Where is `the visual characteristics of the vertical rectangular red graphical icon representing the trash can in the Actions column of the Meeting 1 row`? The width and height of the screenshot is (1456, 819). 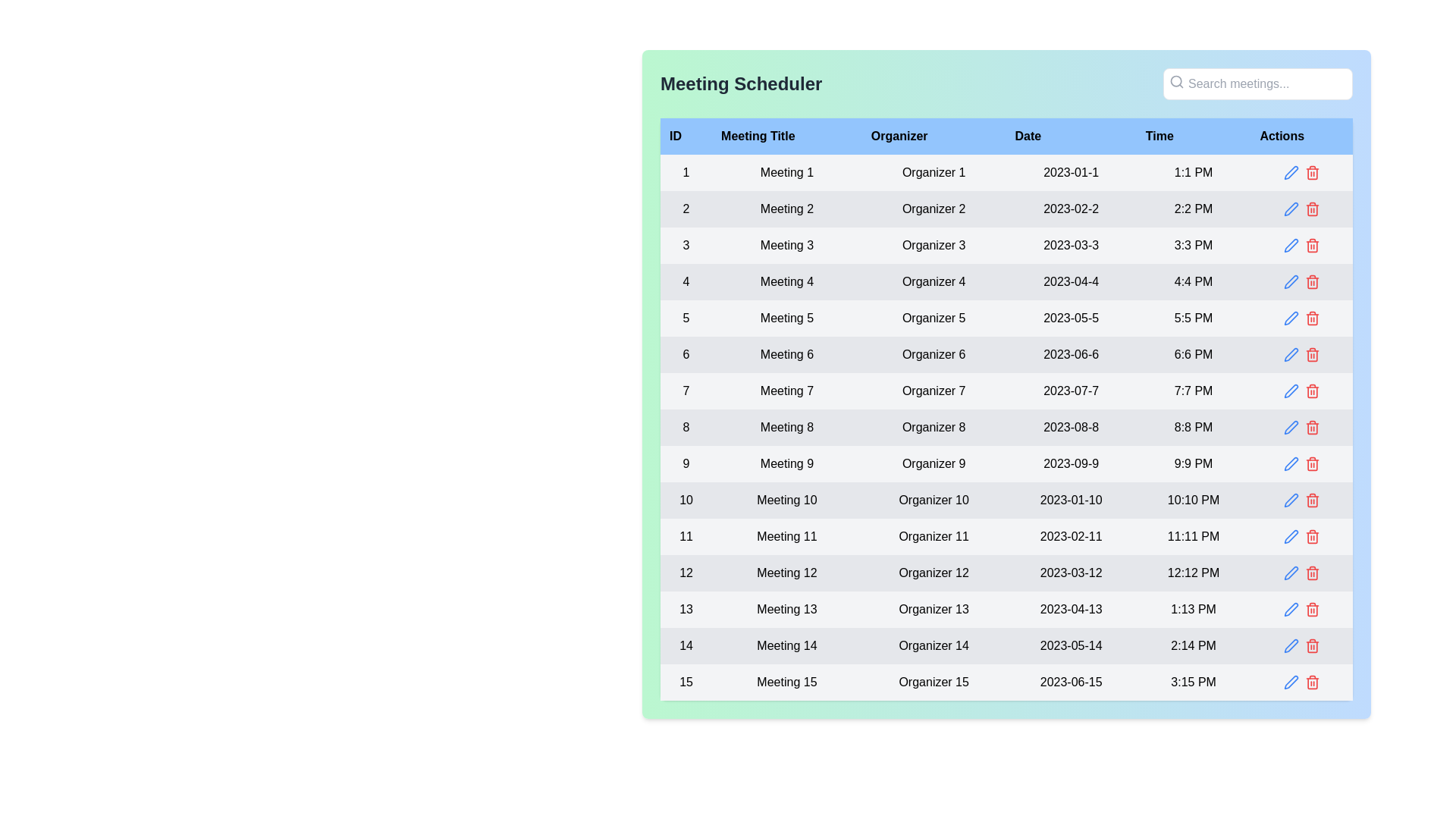 the visual characteristics of the vertical rectangular red graphical icon representing the trash can in the Actions column of the Meeting 1 row is located at coordinates (1311, 173).